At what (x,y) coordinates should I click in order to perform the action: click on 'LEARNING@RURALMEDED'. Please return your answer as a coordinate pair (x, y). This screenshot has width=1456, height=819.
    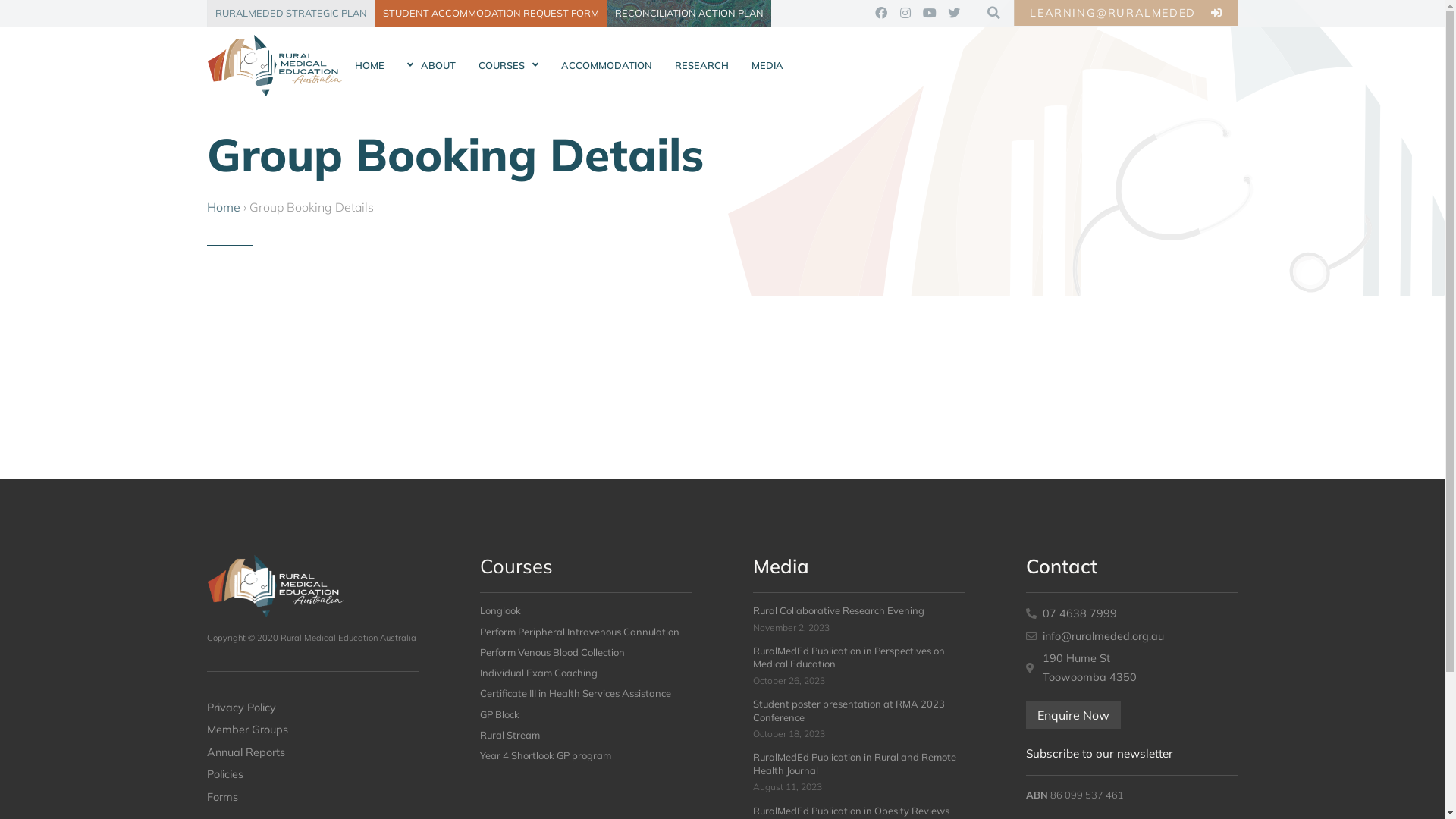
    Looking at the image, I should click on (1125, 12).